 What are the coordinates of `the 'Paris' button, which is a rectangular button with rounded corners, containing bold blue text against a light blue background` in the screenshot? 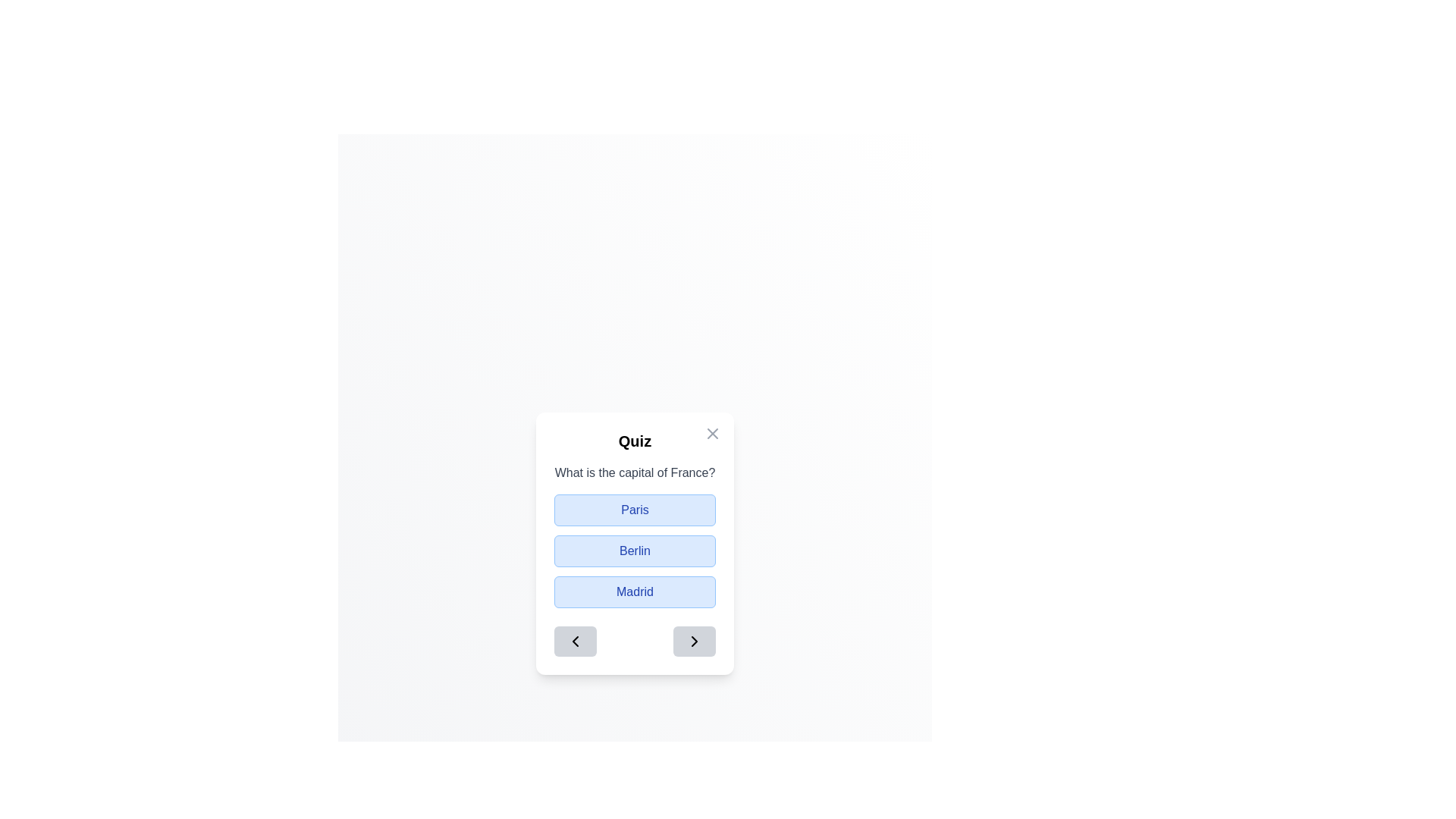 It's located at (635, 510).